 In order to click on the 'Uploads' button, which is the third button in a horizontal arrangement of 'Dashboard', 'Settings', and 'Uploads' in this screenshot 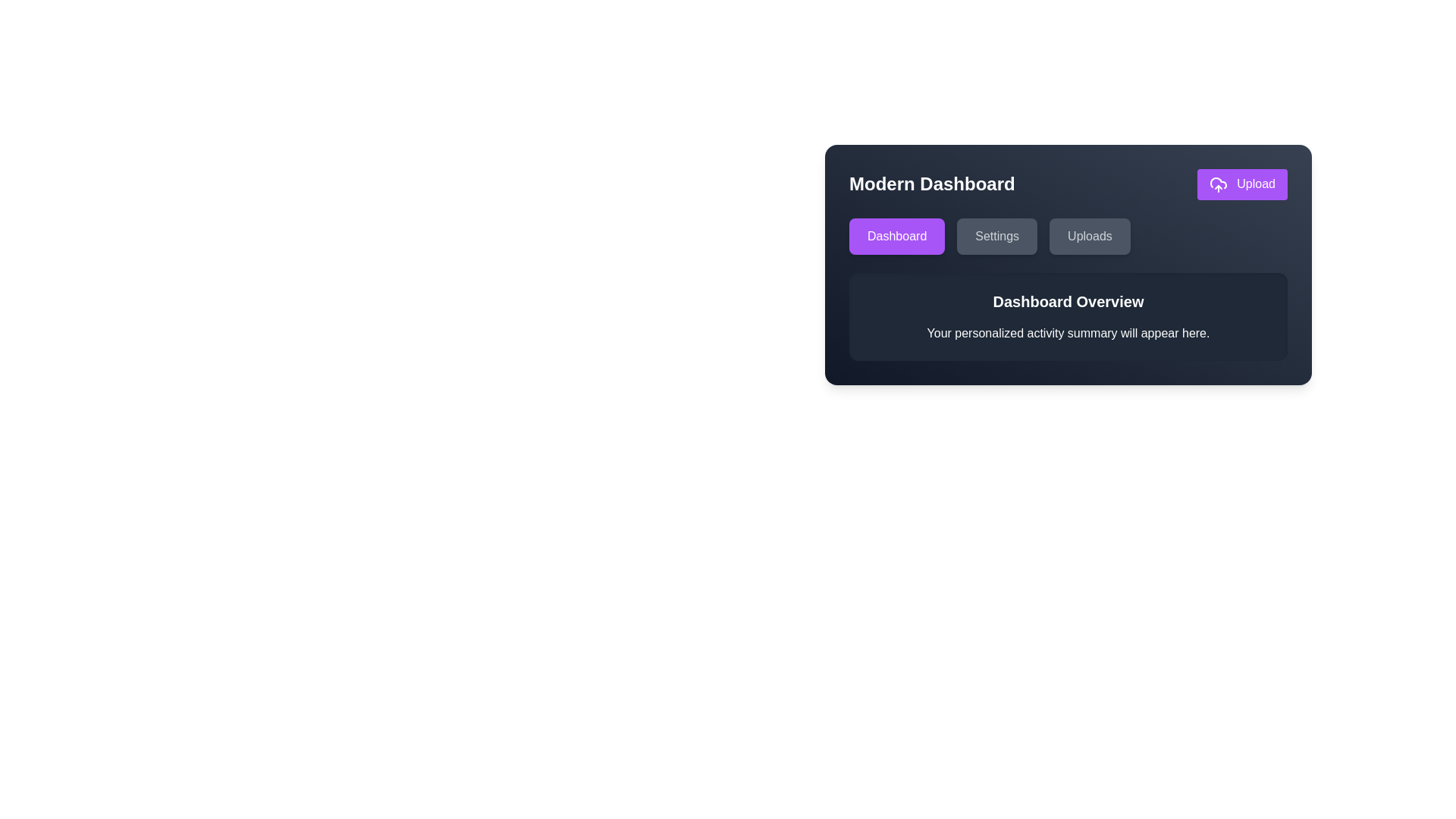, I will do `click(1089, 236)`.